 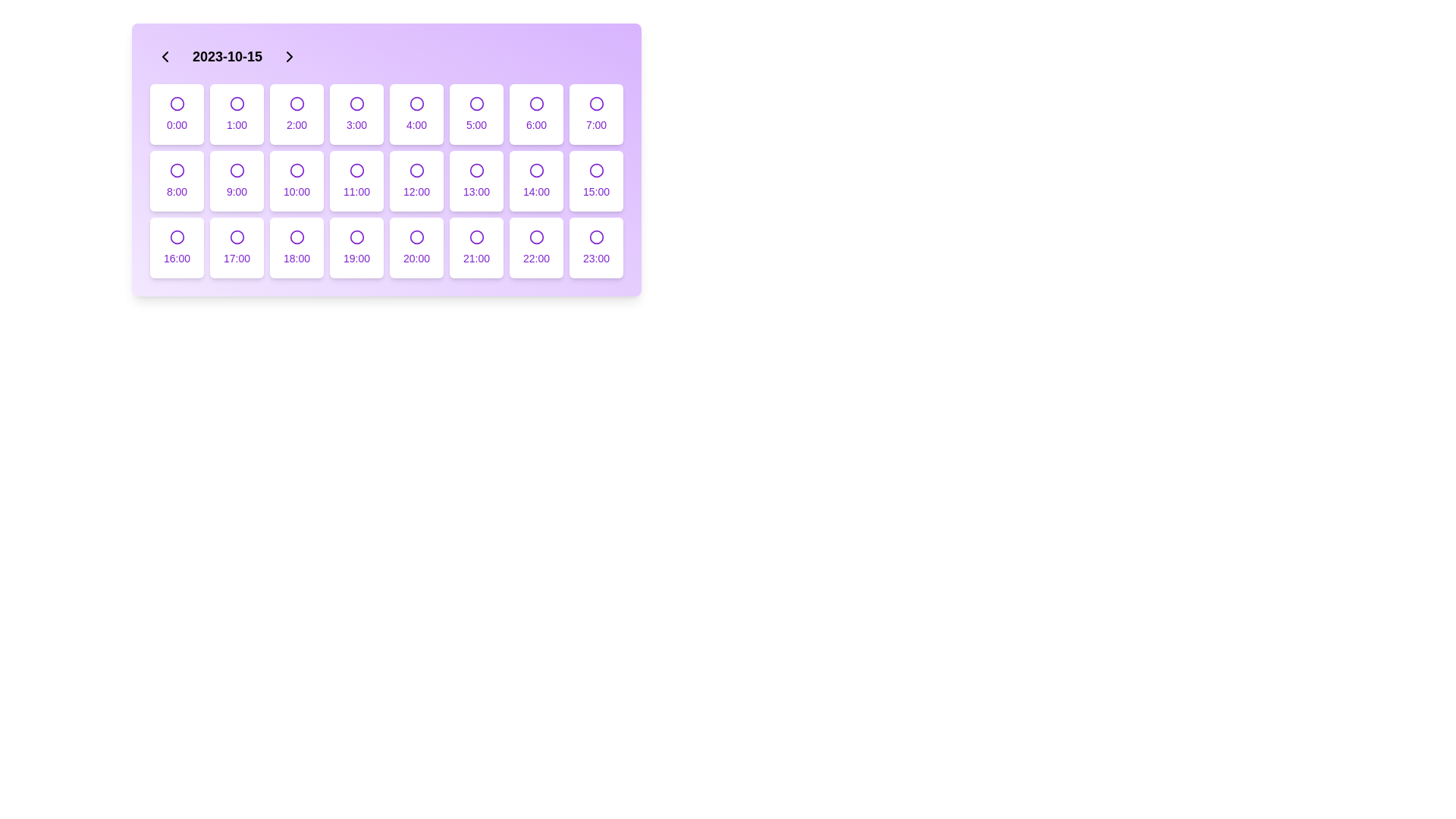 What do you see at coordinates (177, 237) in the screenshot?
I see `the circular icon with a purple border located in the '16:00' card in the fourth row of the calendar grid` at bounding box center [177, 237].